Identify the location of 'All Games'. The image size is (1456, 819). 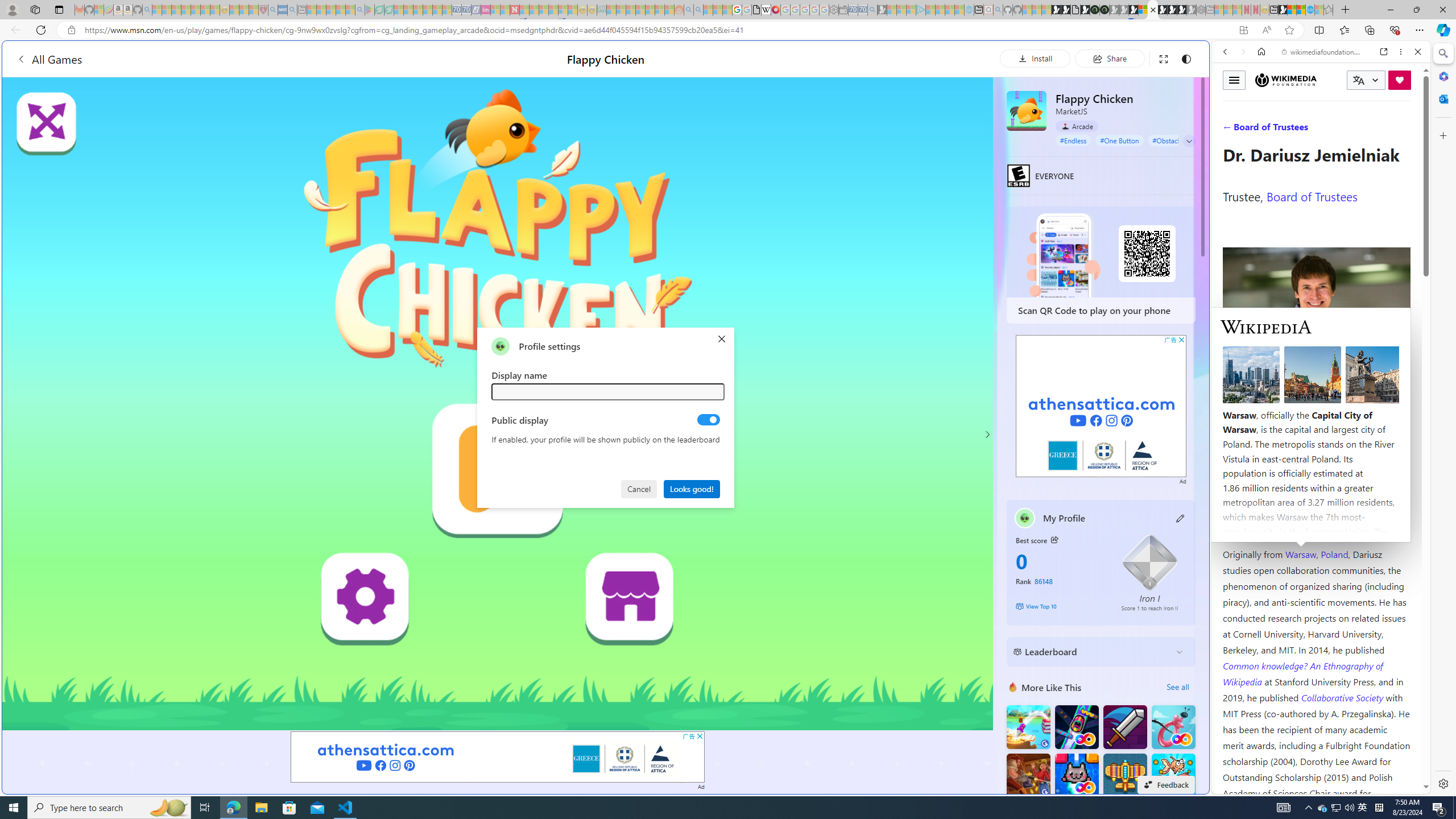
(49, 59).